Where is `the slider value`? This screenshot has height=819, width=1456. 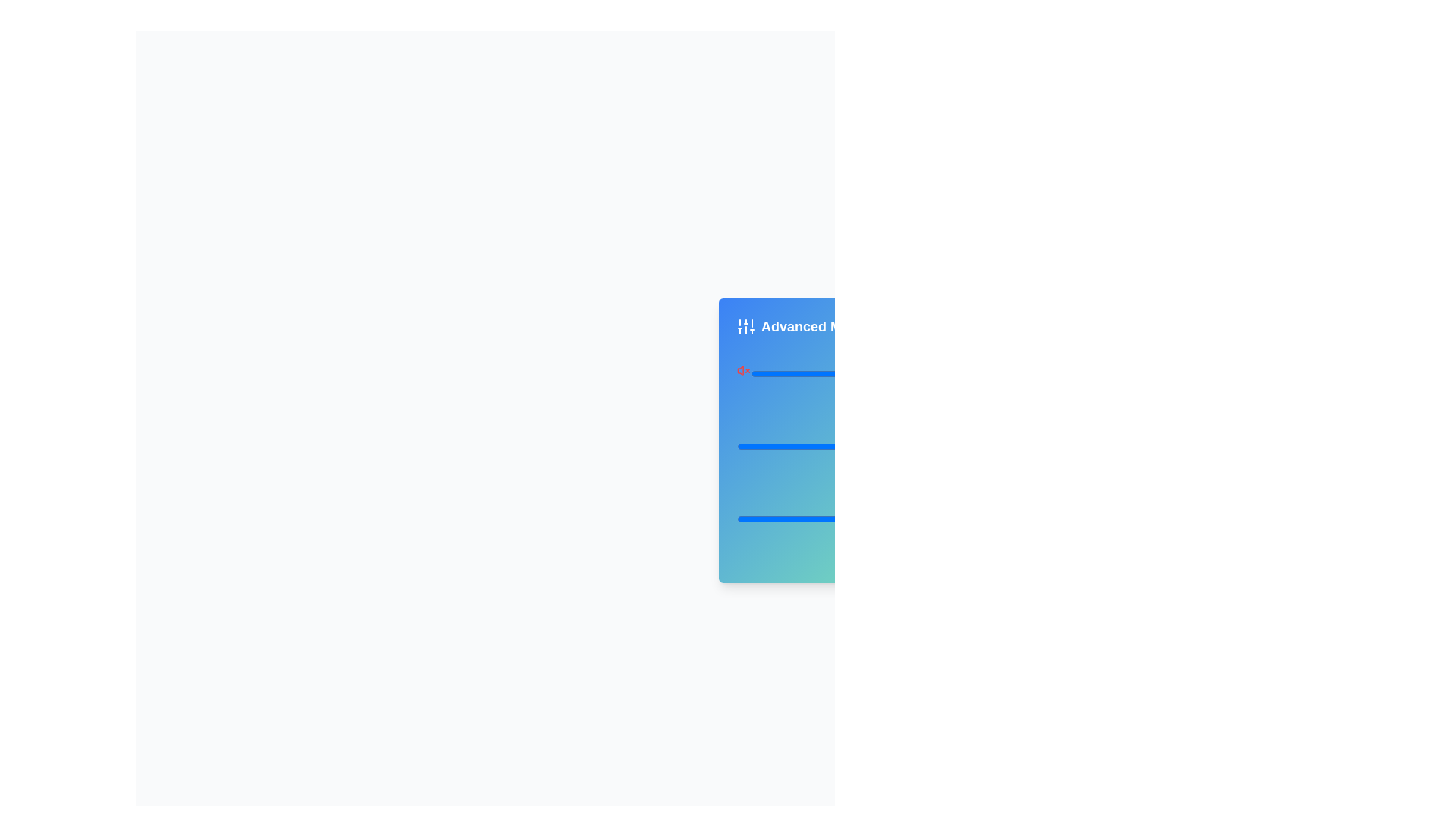 the slider value is located at coordinates (762, 446).